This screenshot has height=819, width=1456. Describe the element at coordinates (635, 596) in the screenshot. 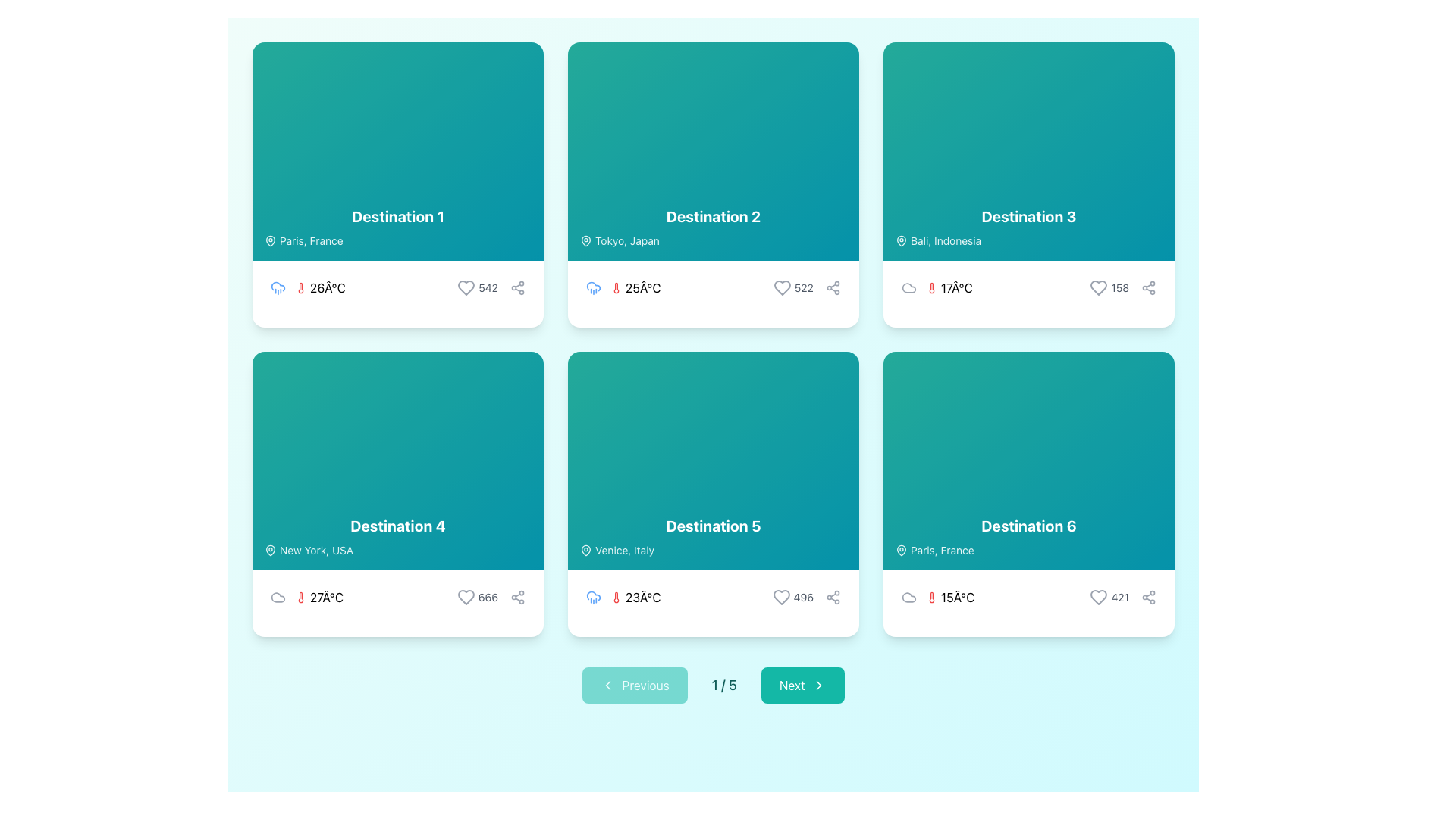

I see `the temperature display element located in the 'Destination 5' card, which provides the current or expected weather condition in degrees Celsius, situated below the blue cloud icon indicating rainy weather` at that location.